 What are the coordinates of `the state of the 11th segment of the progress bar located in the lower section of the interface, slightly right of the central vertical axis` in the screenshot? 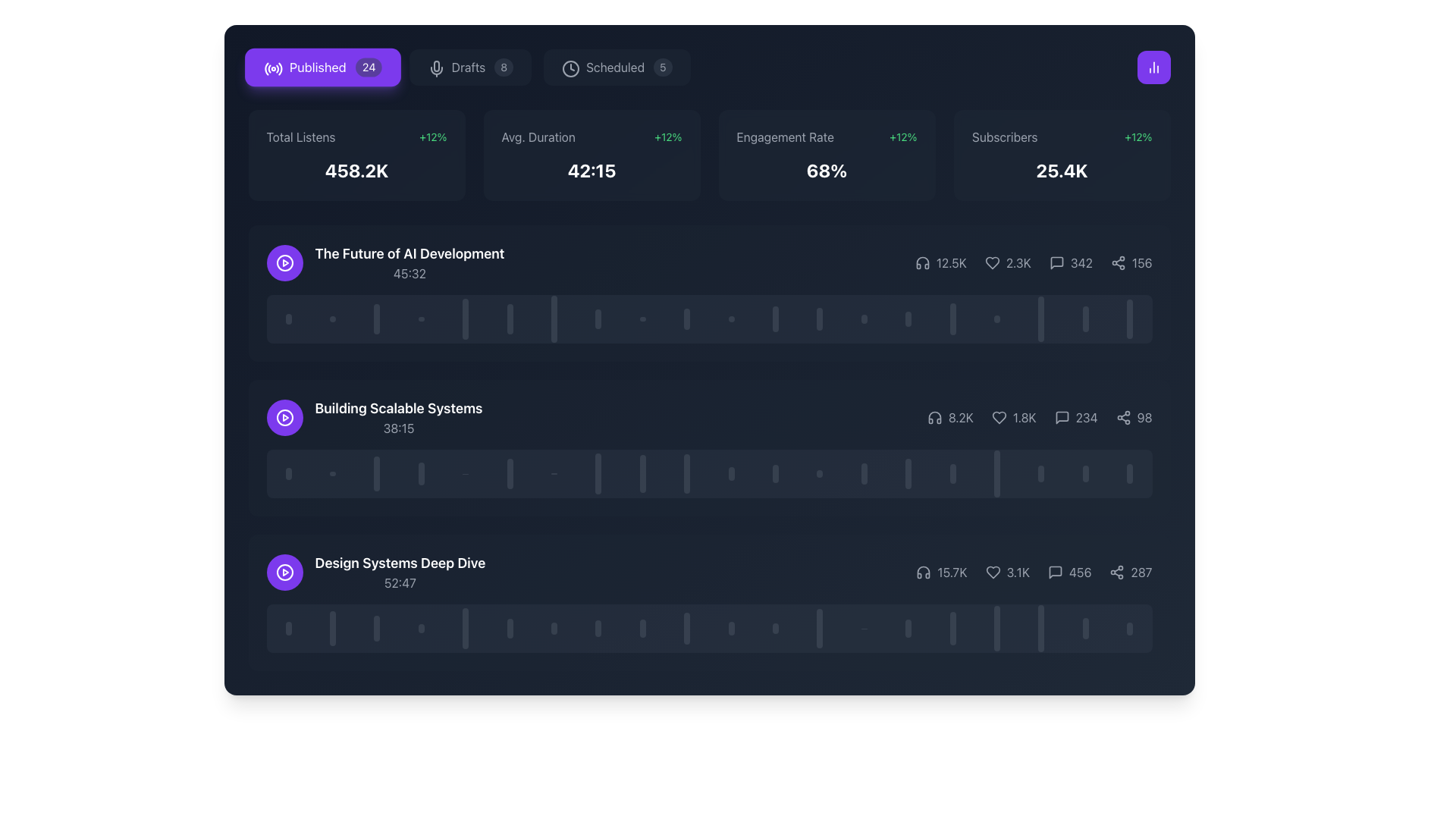 It's located at (731, 629).